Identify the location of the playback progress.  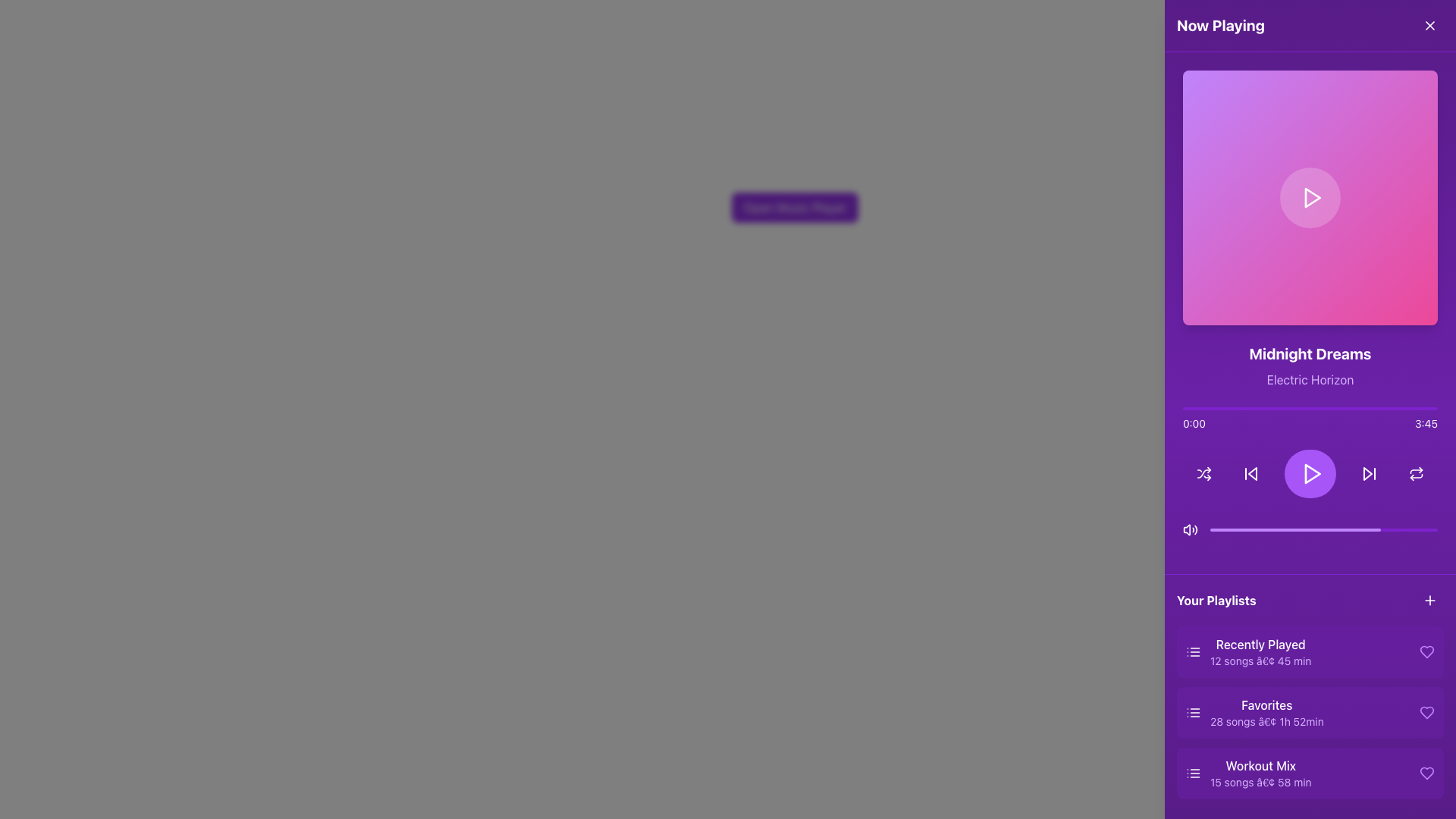
(1395, 529).